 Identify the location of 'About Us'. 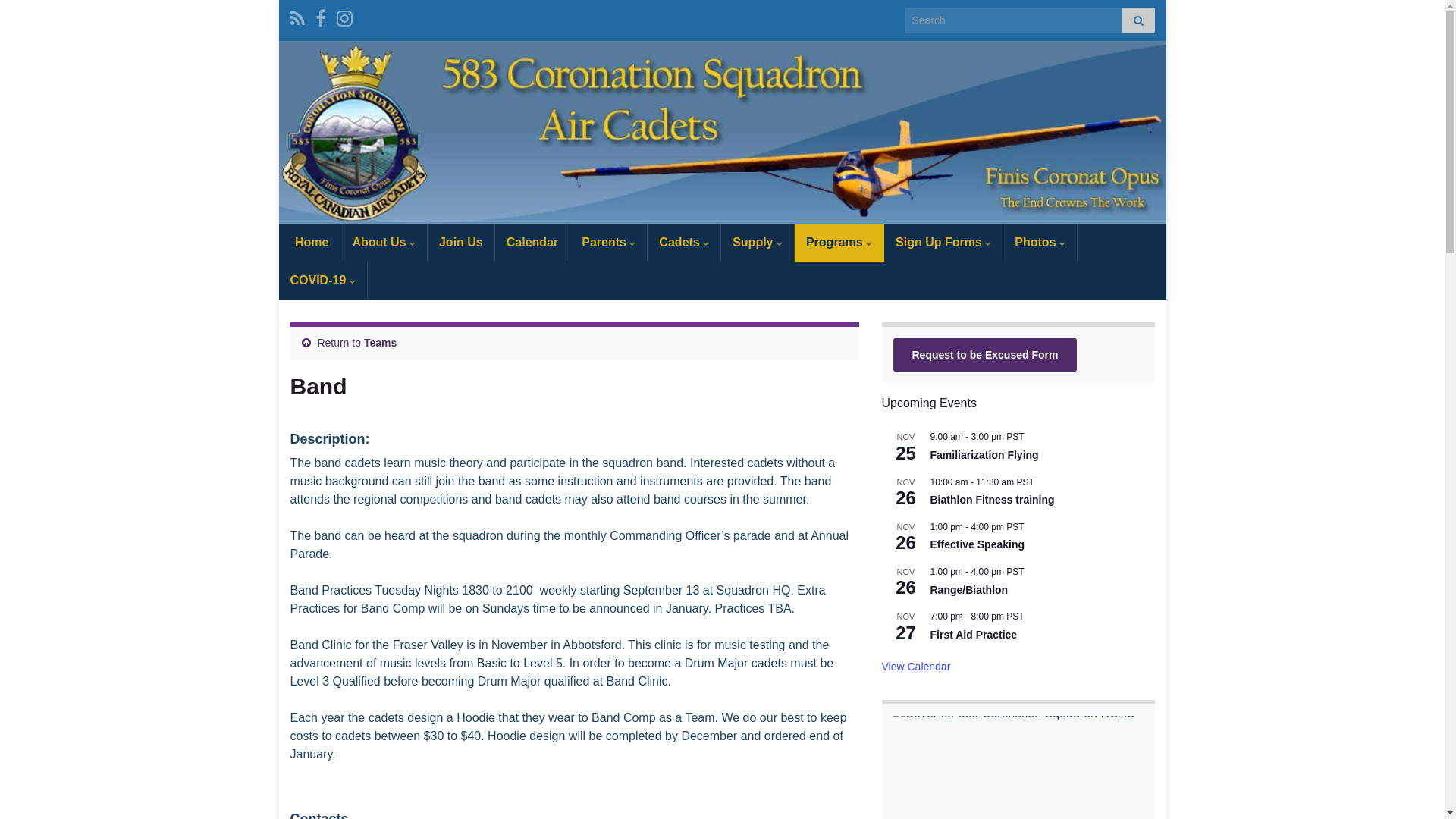
(383, 242).